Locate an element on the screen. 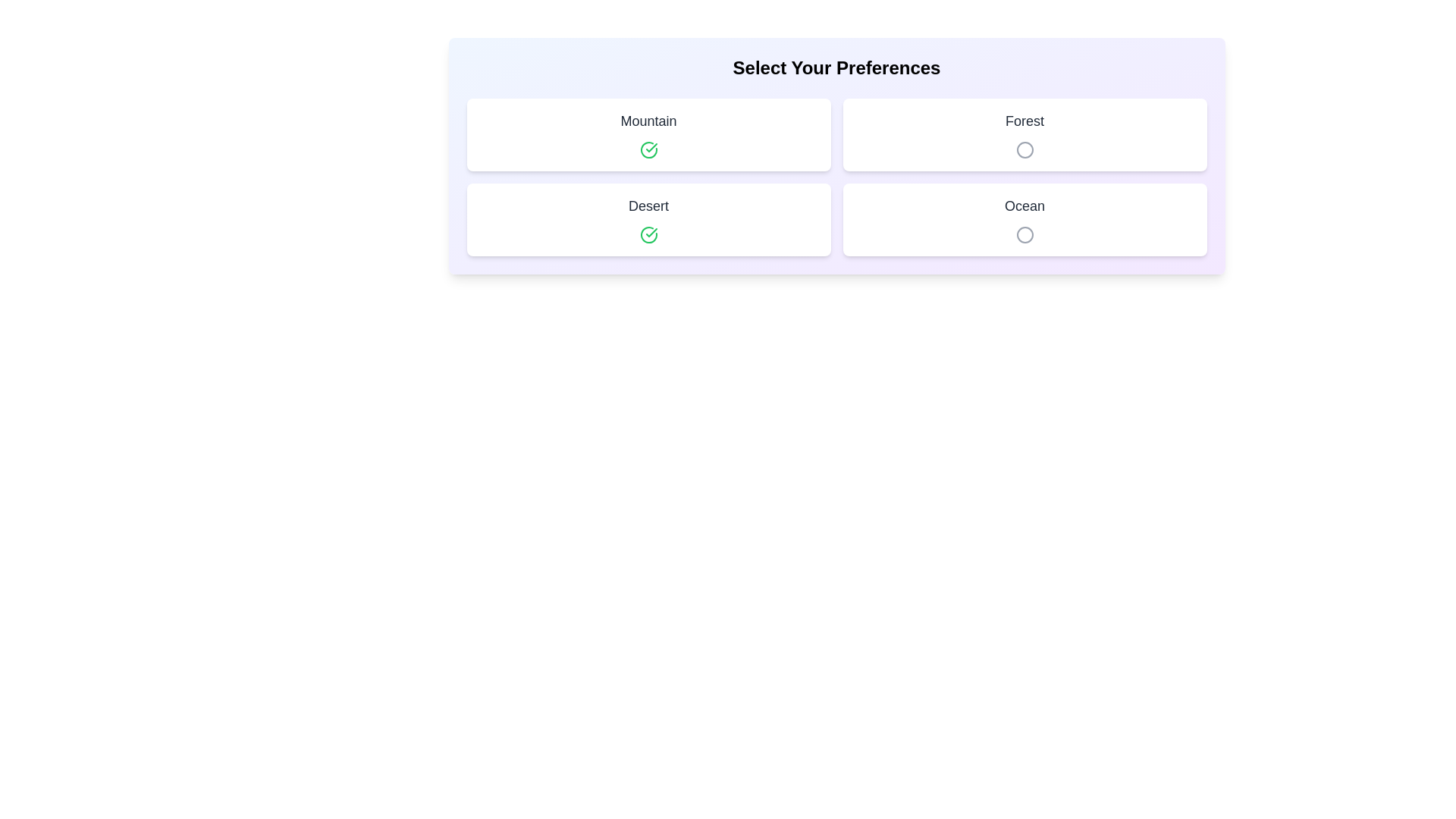  the item Desert by clicking its button is located at coordinates (648, 234).